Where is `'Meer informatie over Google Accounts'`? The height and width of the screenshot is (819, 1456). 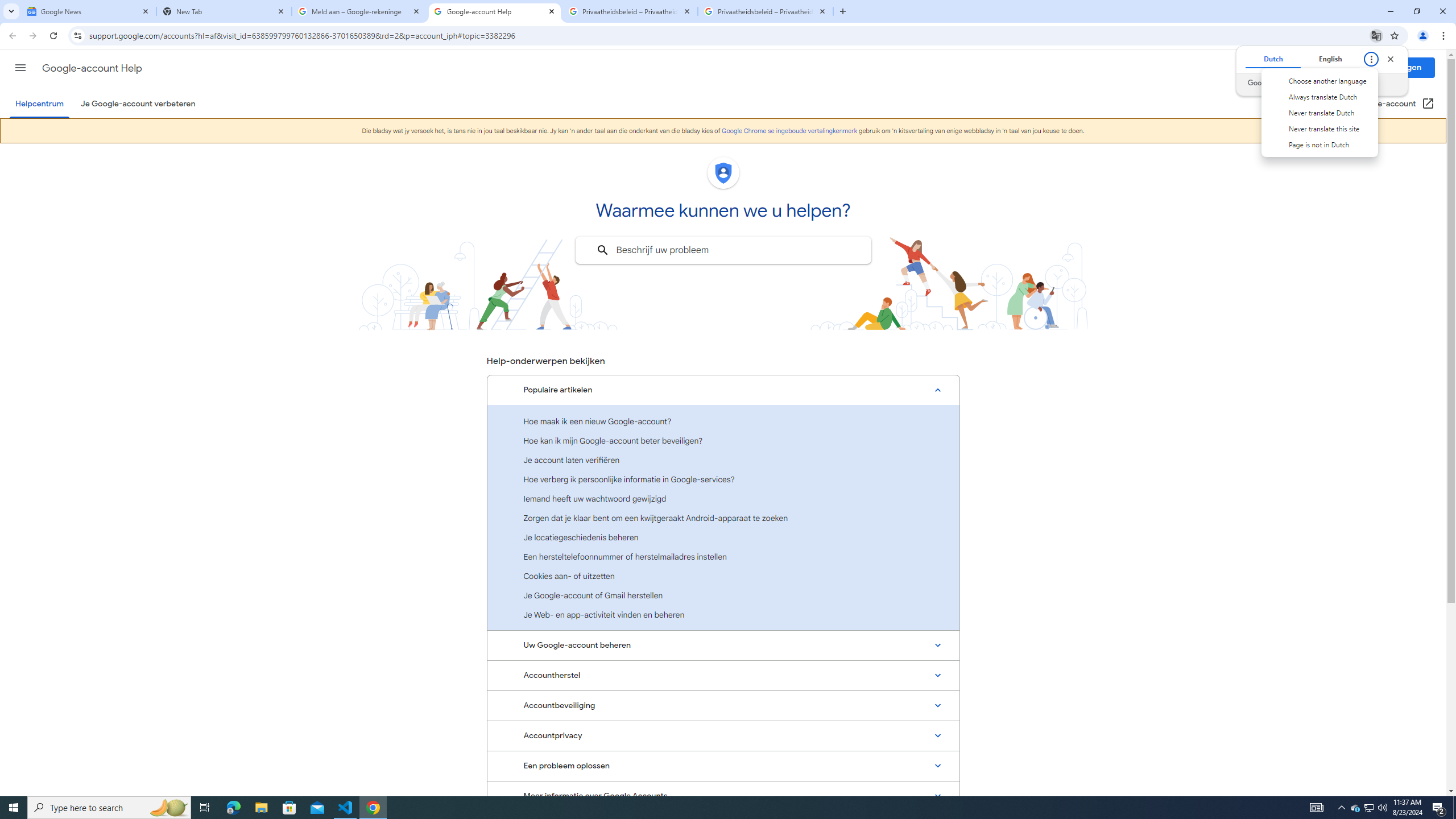 'Meer informatie over Google Accounts' is located at coordinates (723, 795).